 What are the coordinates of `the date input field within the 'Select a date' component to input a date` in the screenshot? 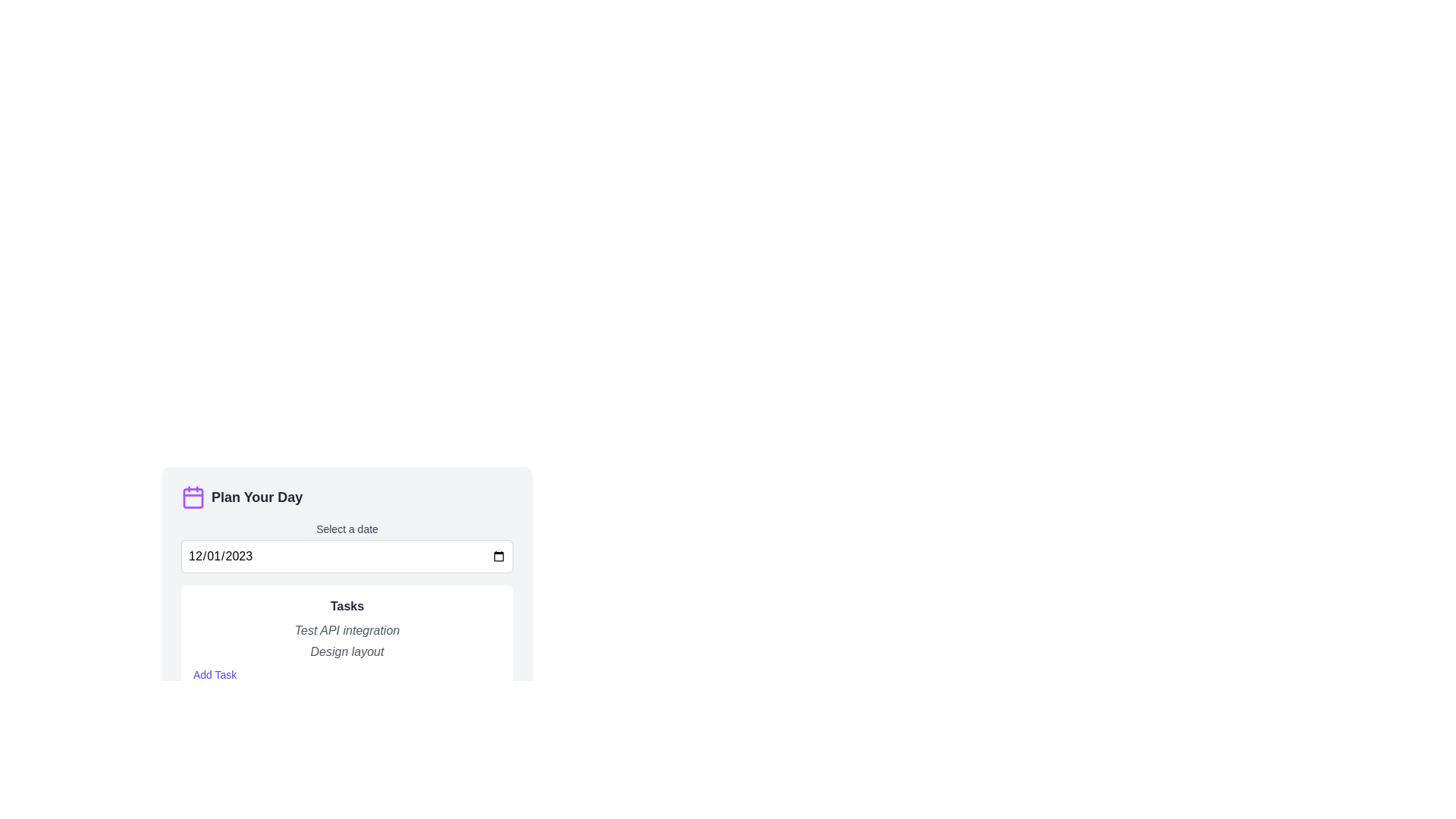 It's located at (346, 547).